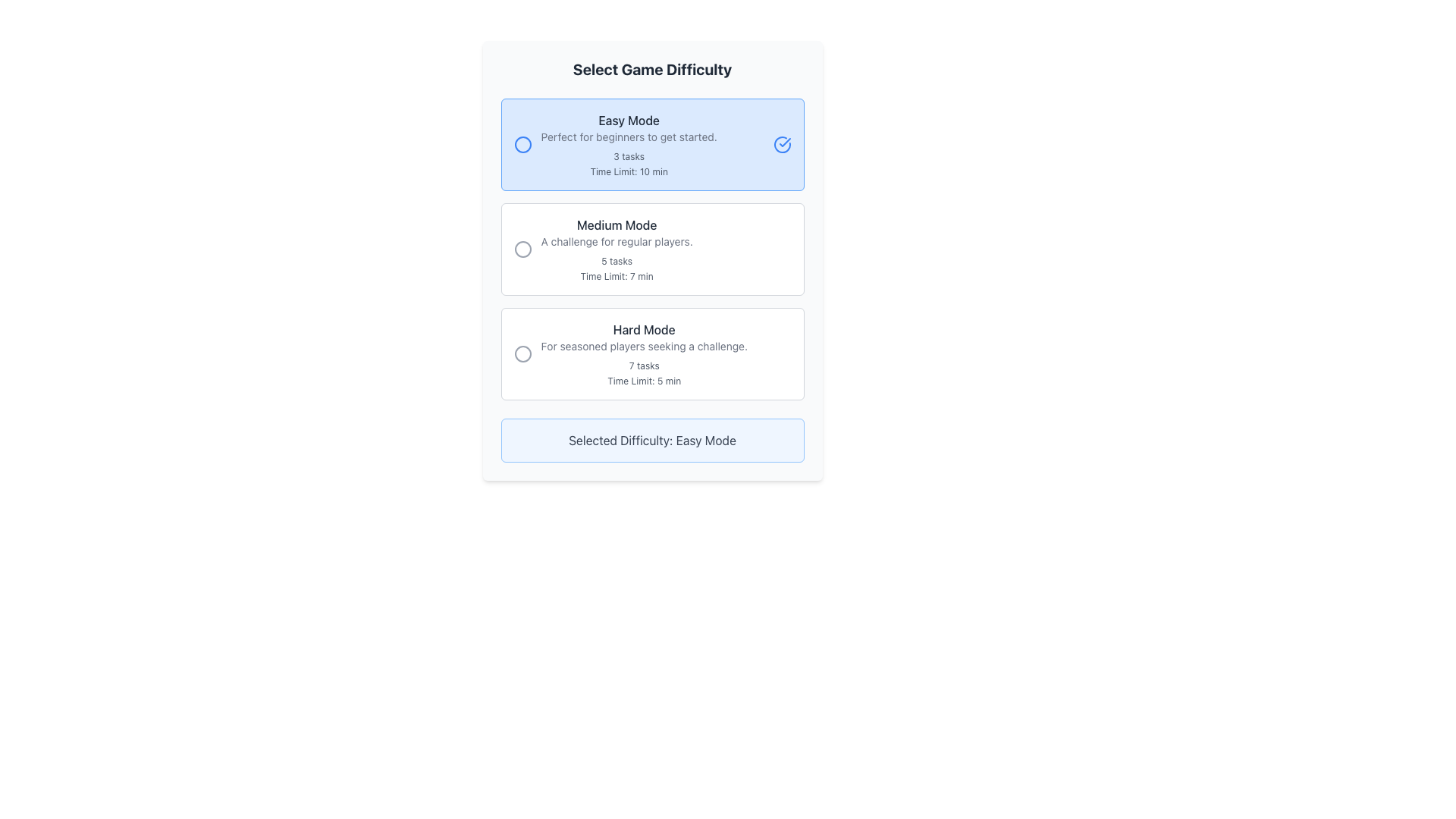 Image resolution: width=1456 pixels, height=819 pixels. I want to click on the 'Medium Mode' card, which is the second card in a vertical list of three game difficulty options, so click(652, 248).